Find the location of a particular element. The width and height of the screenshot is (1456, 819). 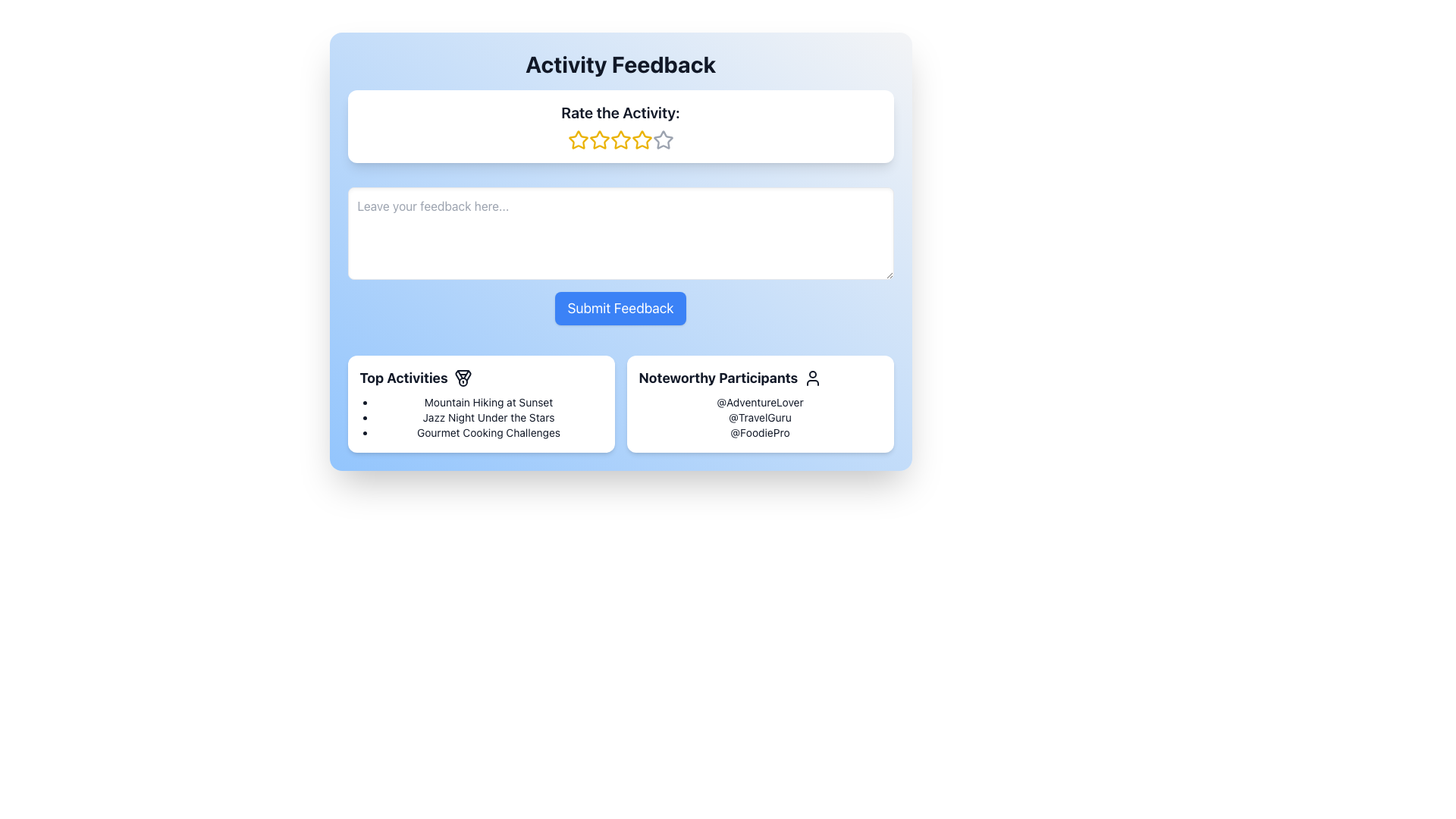

the text label displaying the handle '@AdventureLover' located in the 'Noteworthy Participants' section is located at coordinates (760, 402).